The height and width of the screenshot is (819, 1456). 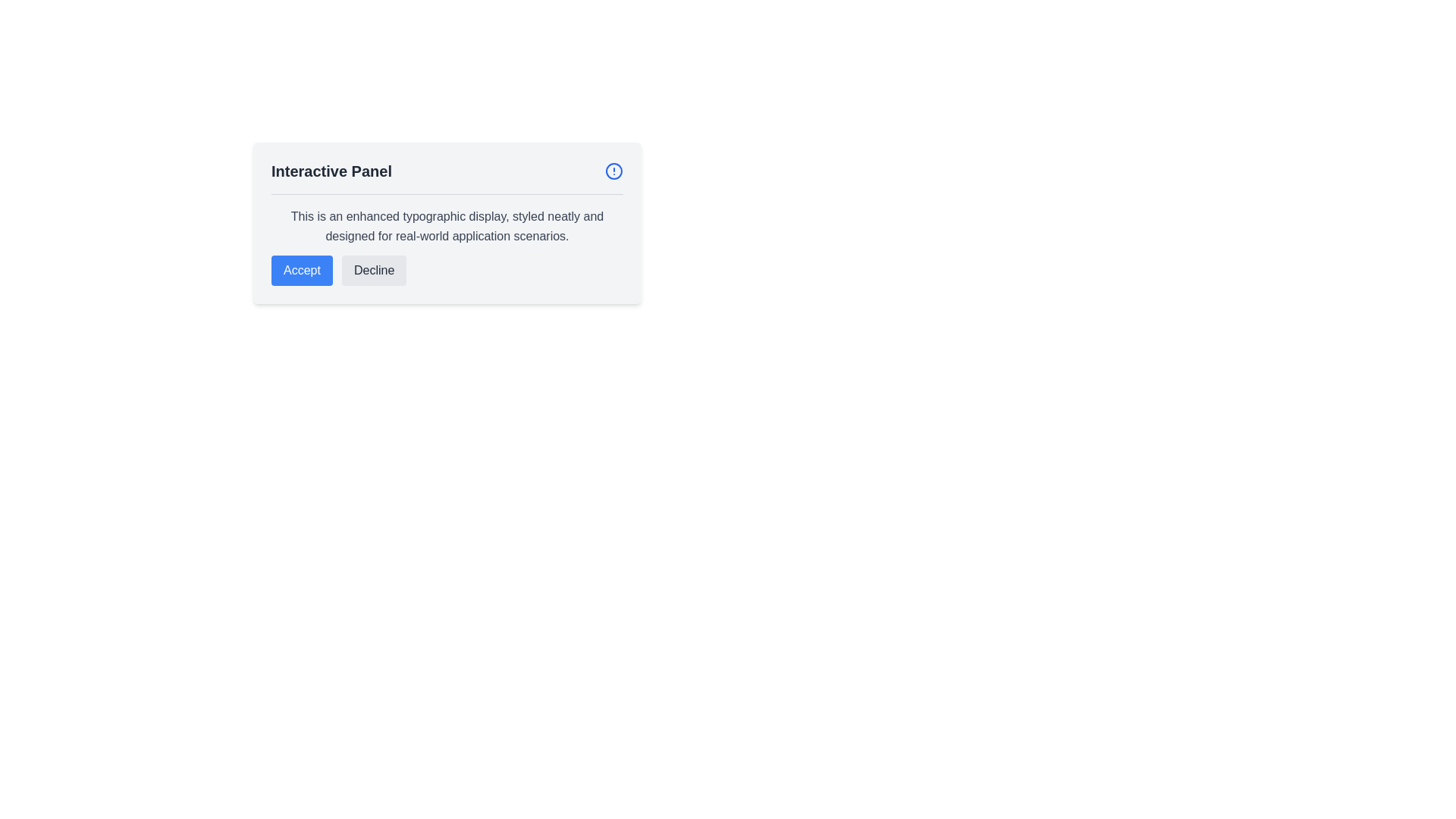 I want to click on descriptive text displayed prominently in the center of the panel, which includes the 'Accept' and 'Decline' buttons, so click(x=447, y=239).